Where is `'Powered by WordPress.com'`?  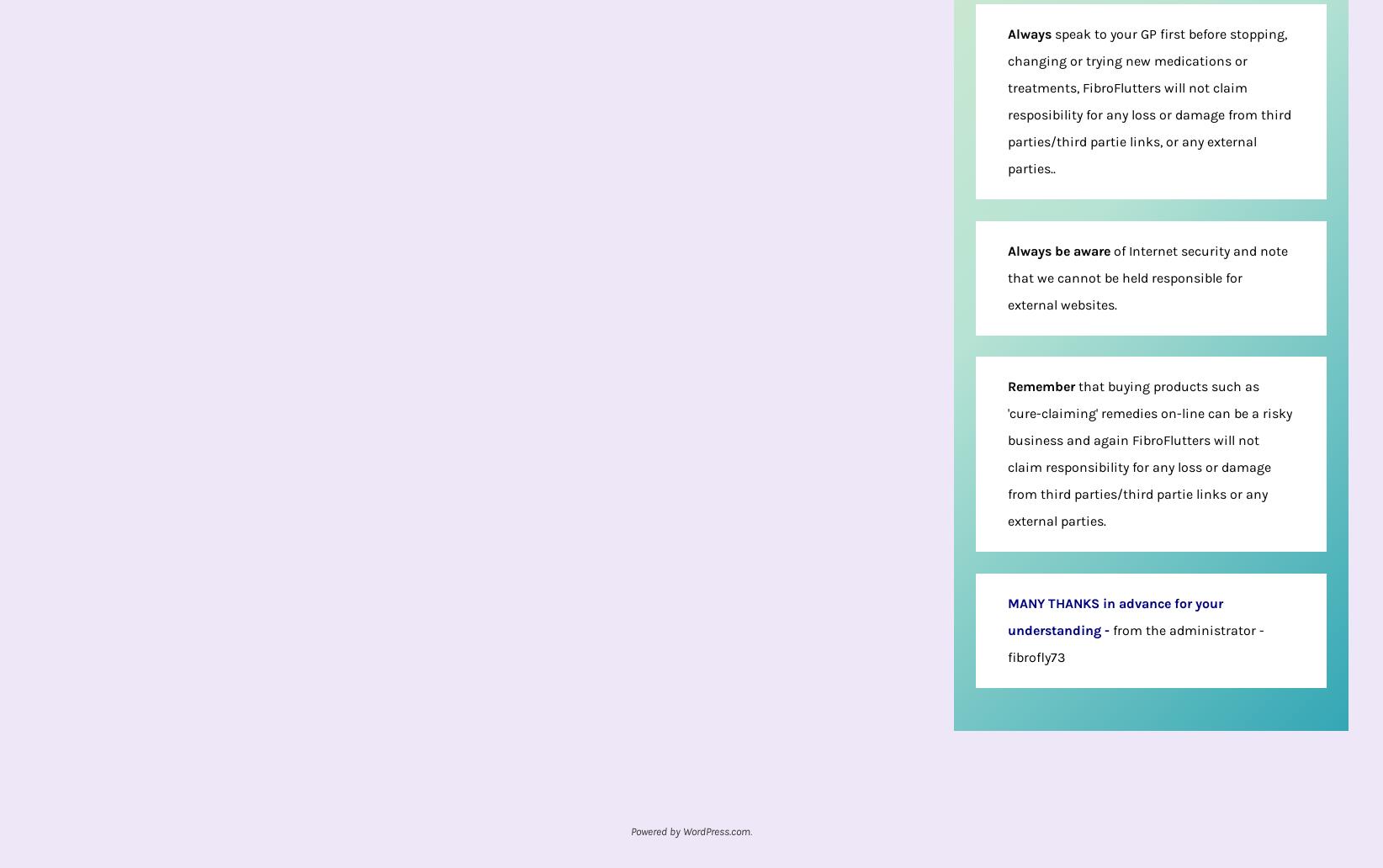
'Powered by WordPress.com' is located at coordinates (690, 829).